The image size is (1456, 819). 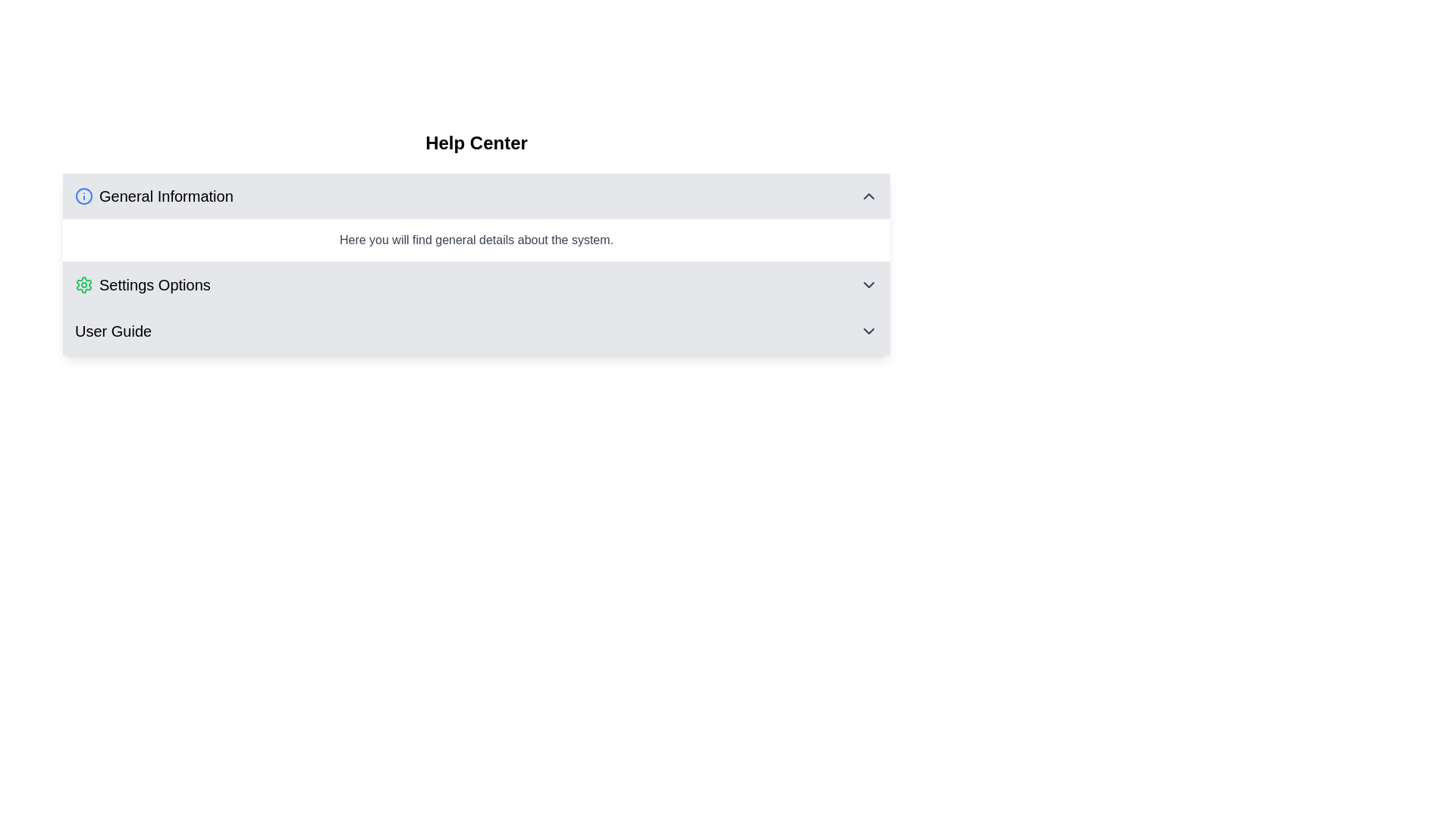 What do you see at coordinates (155, 284) in the screenshot?
I see `the 'Settings Options' label which is styled with a bold font and positioned next to a settings icon in the middle section of the vertical list` at bounding box center [155, 284].